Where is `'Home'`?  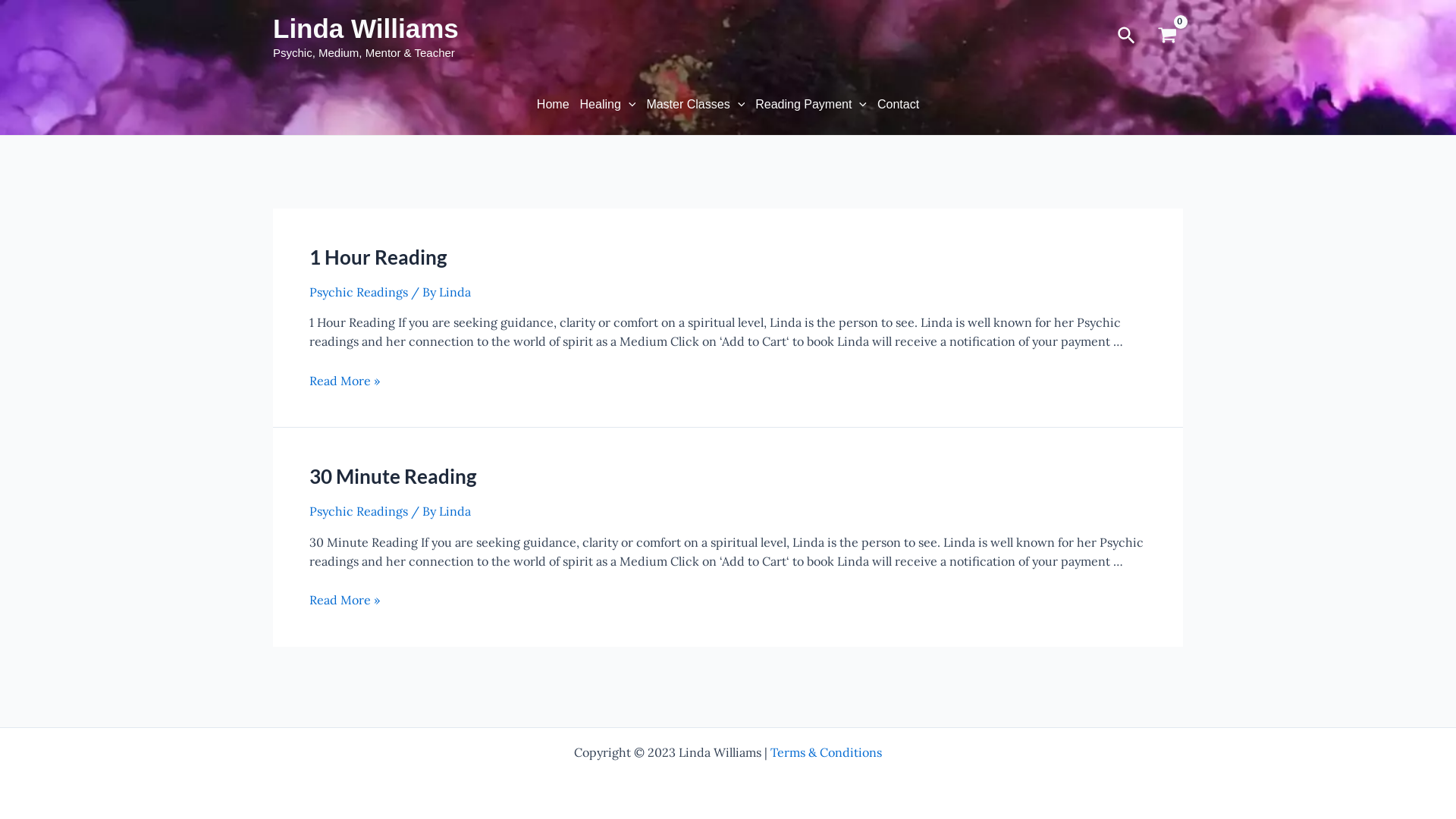 'Home' is located at coordinates (552, 104).